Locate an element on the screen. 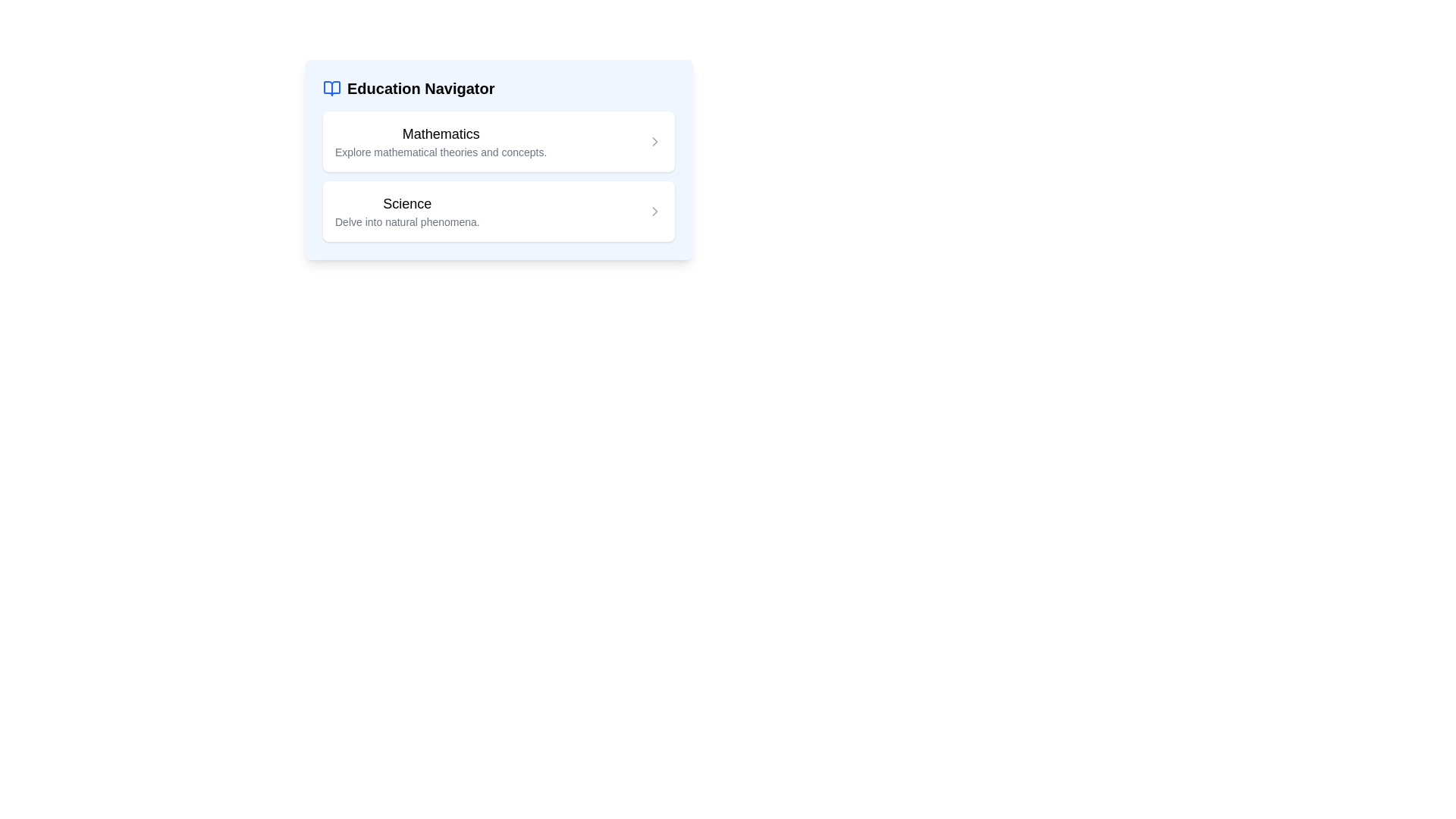 The image size is (1456, 819). the descriptive text element that reads 'Explore mathematical theories and concepts.' displayed in muted gray color, located below the heading 'Mathematics' is located at coordinates (440, 152).